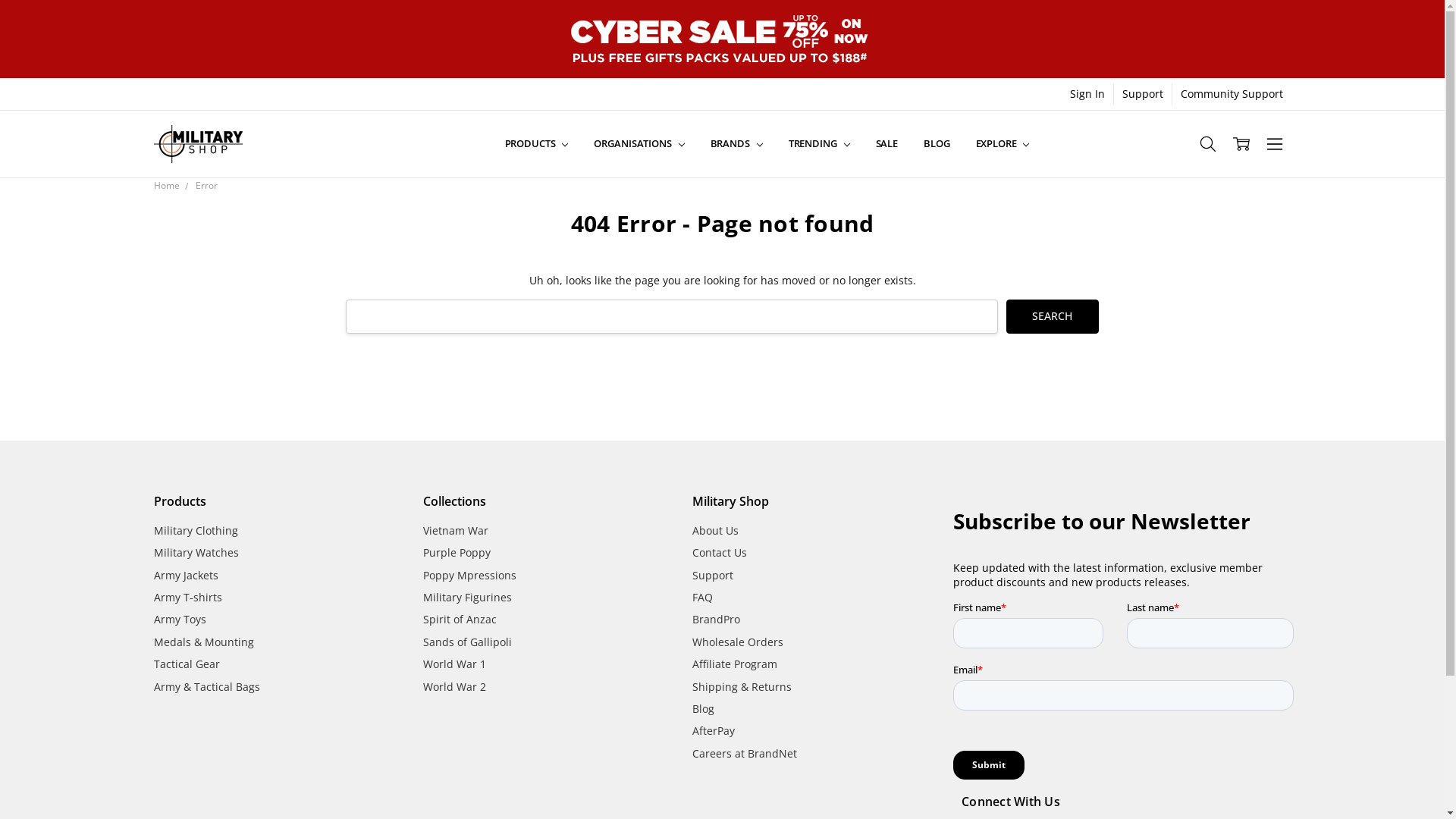 The height and width of the screenshot is (819, 1456). Describe the element at coordinates (1003, 143) in the screenshot. I see `'EXPLORE'` at that location.